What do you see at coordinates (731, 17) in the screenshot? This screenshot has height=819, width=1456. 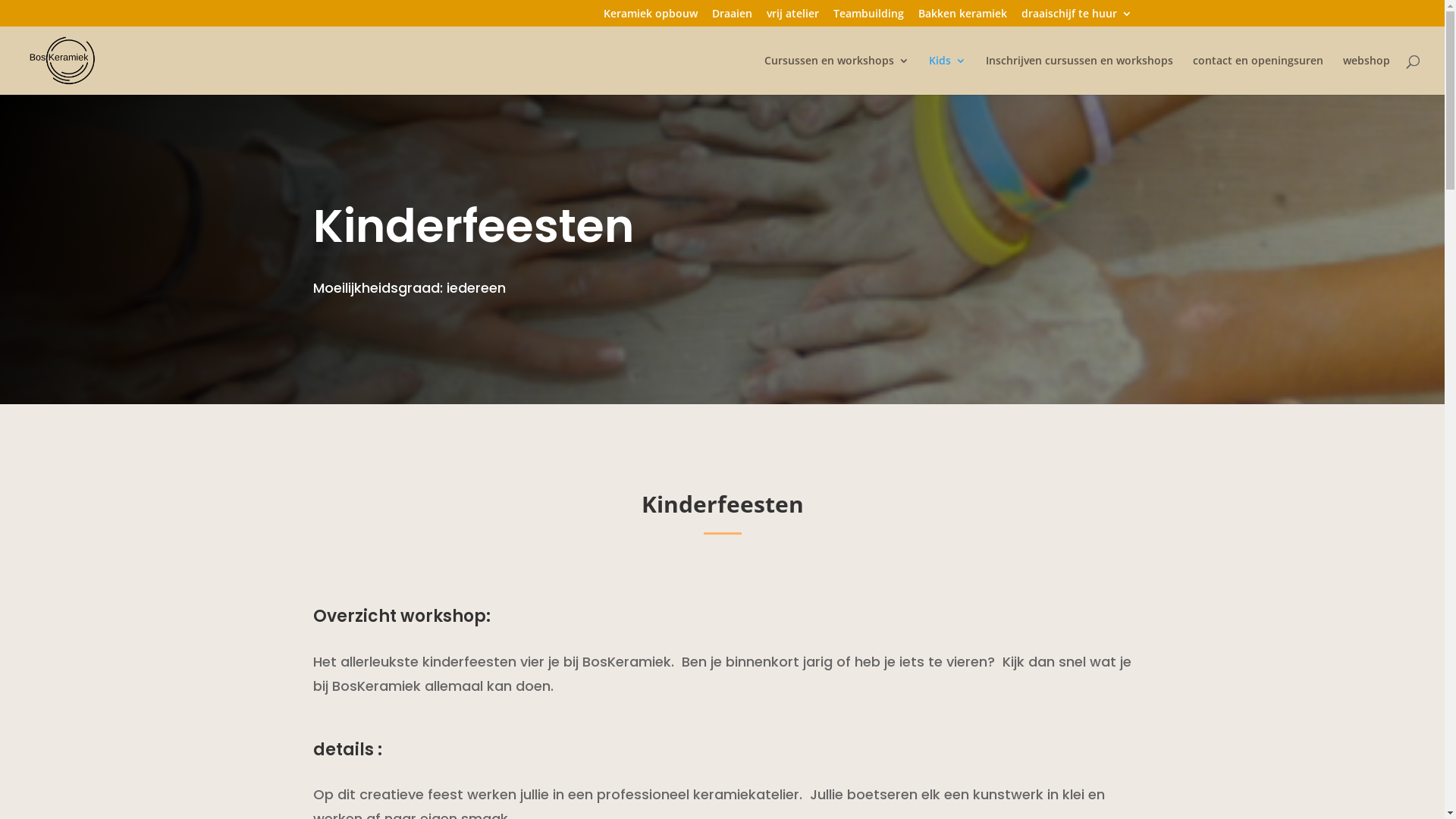 I see `'Draaien'` at bounding box center [731, 17].